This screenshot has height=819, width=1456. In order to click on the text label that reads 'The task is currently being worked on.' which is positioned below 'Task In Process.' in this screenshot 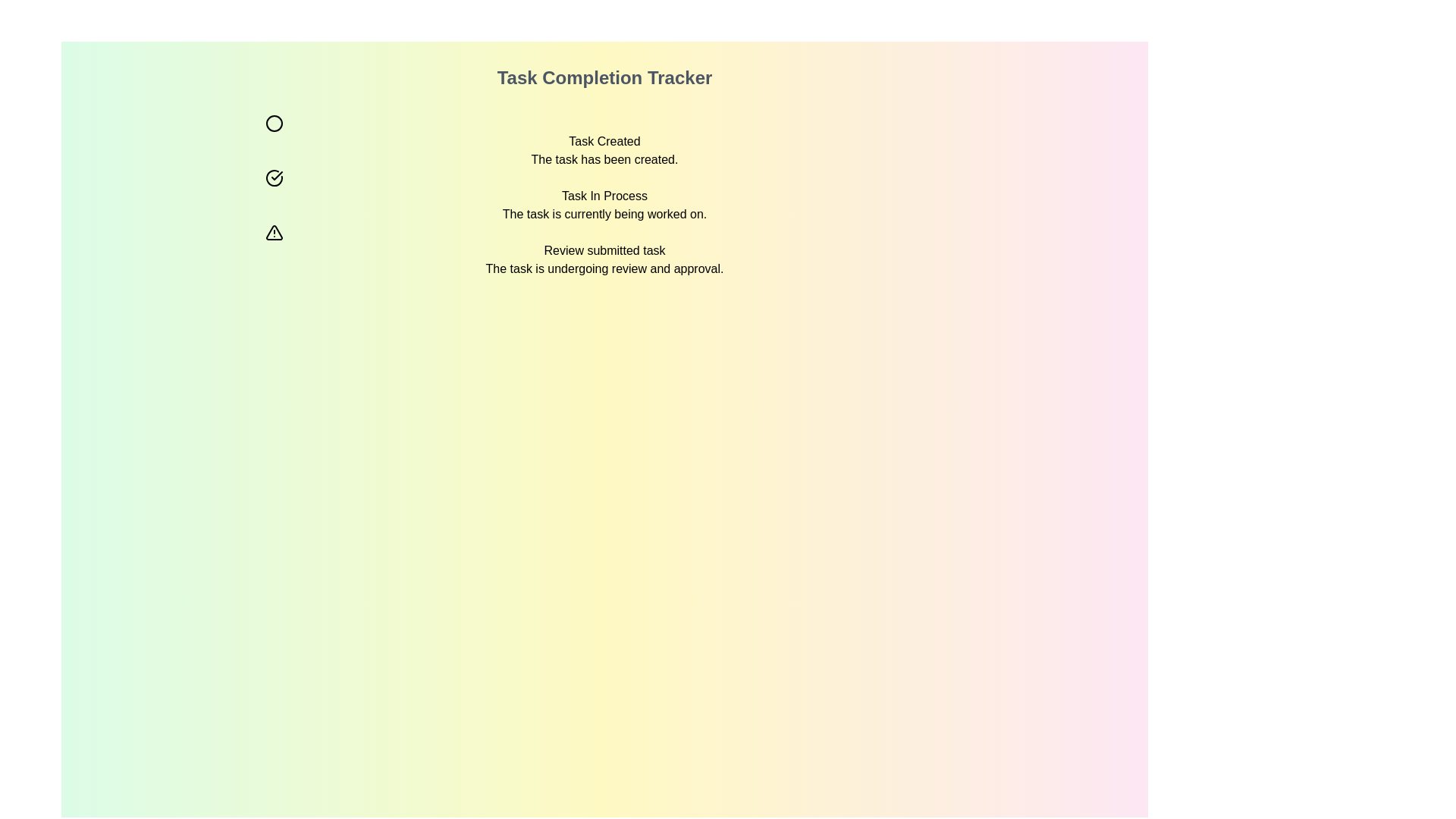, I will do `click(604, 214)`.